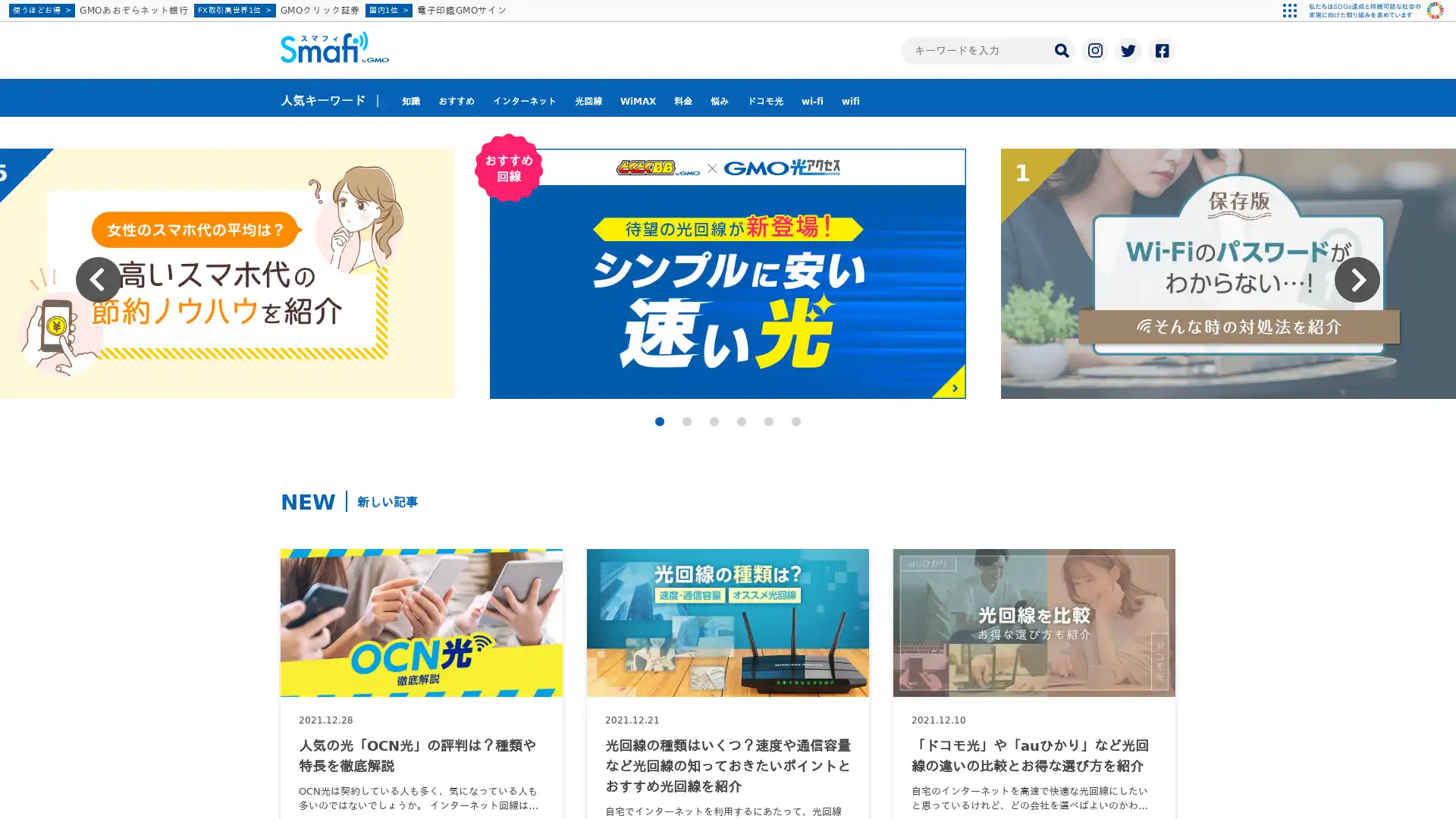 The width and height of the screenshot is (1456, 819). I want to click on Previous, so click(97, 280).